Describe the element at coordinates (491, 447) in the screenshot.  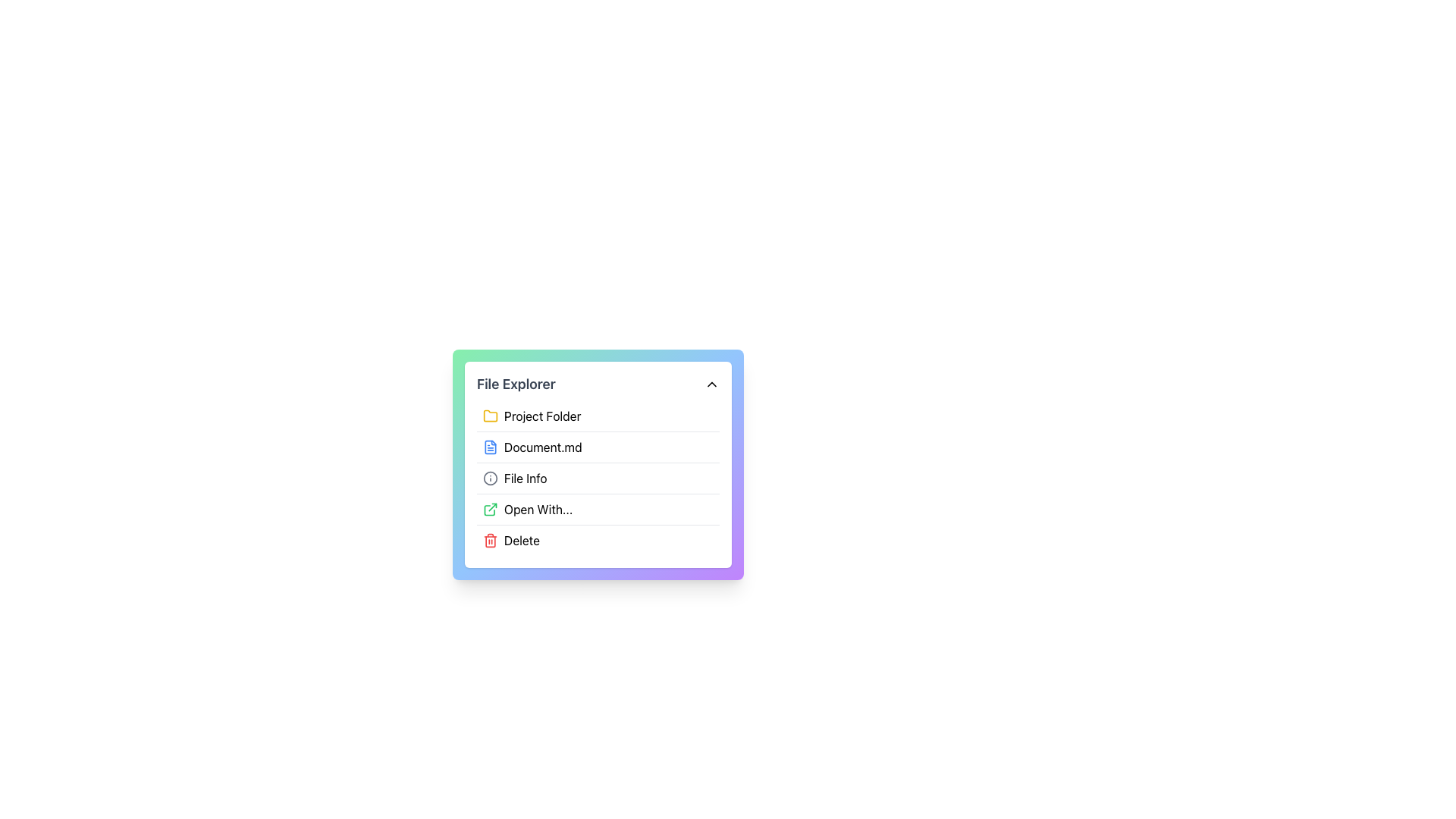
I see `the document or file icon located below the 'Document.md' label, which has a folded upper-right corner and is the leftmost among similar icons` at that location.